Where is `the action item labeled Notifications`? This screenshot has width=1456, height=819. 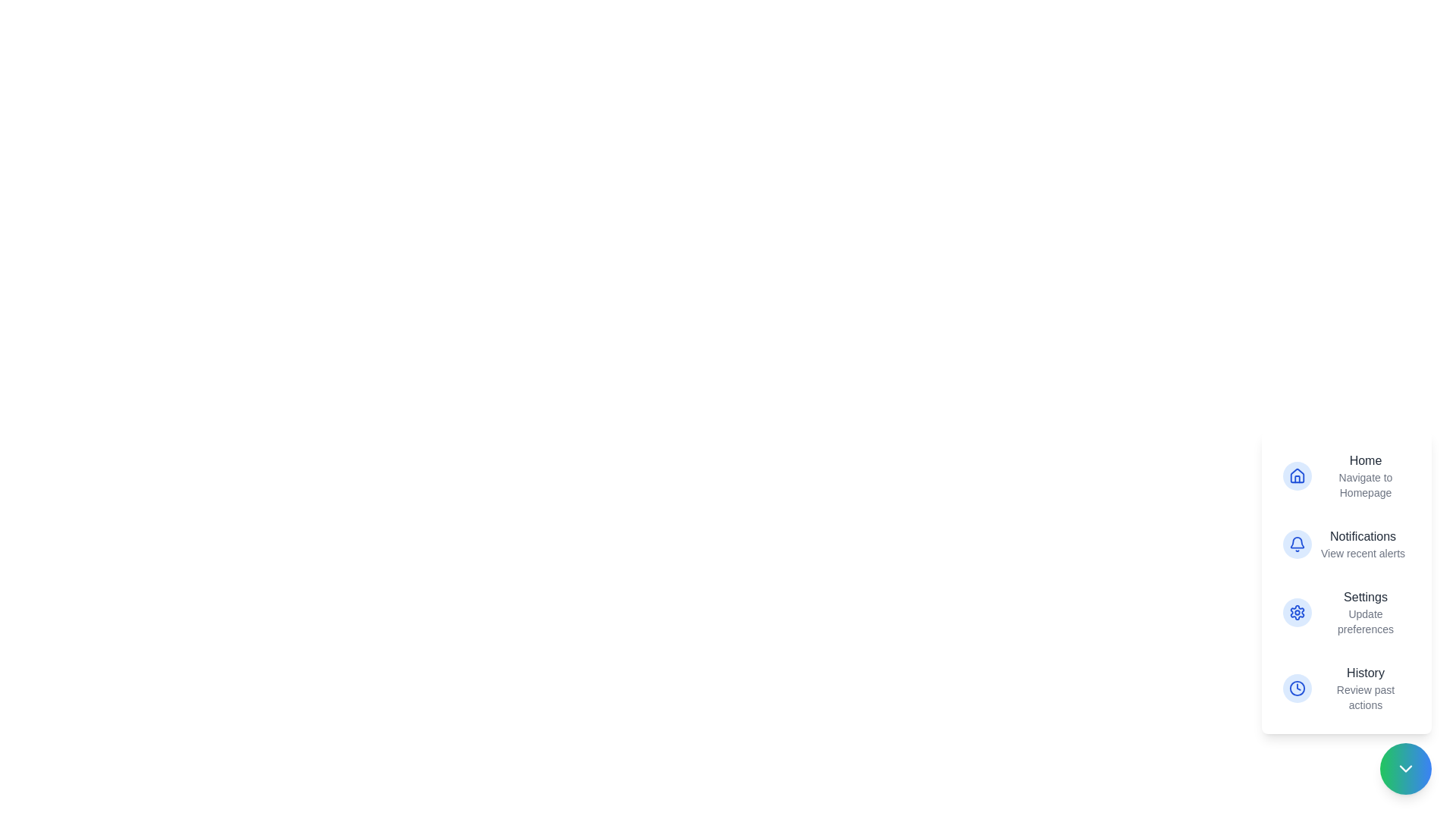 the action item labeled Notifications is located at coordinates (1347, 543).